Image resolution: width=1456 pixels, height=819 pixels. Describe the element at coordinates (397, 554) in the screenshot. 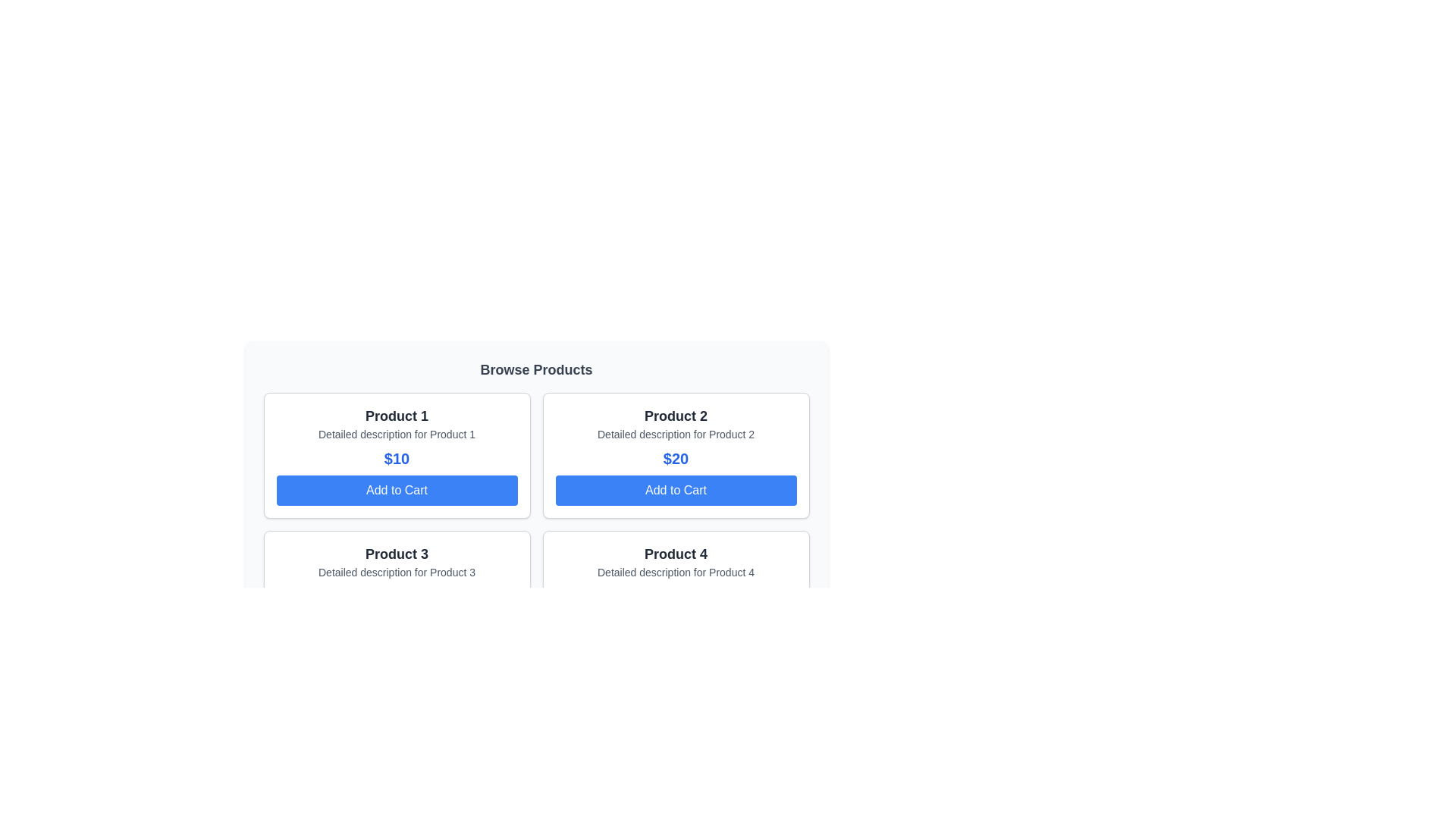

I see `text label that displays the title or identifier of the product, located at the top of the card in the lower left quadrant of the grid layout, above the detailed description for Product 3` at that location.